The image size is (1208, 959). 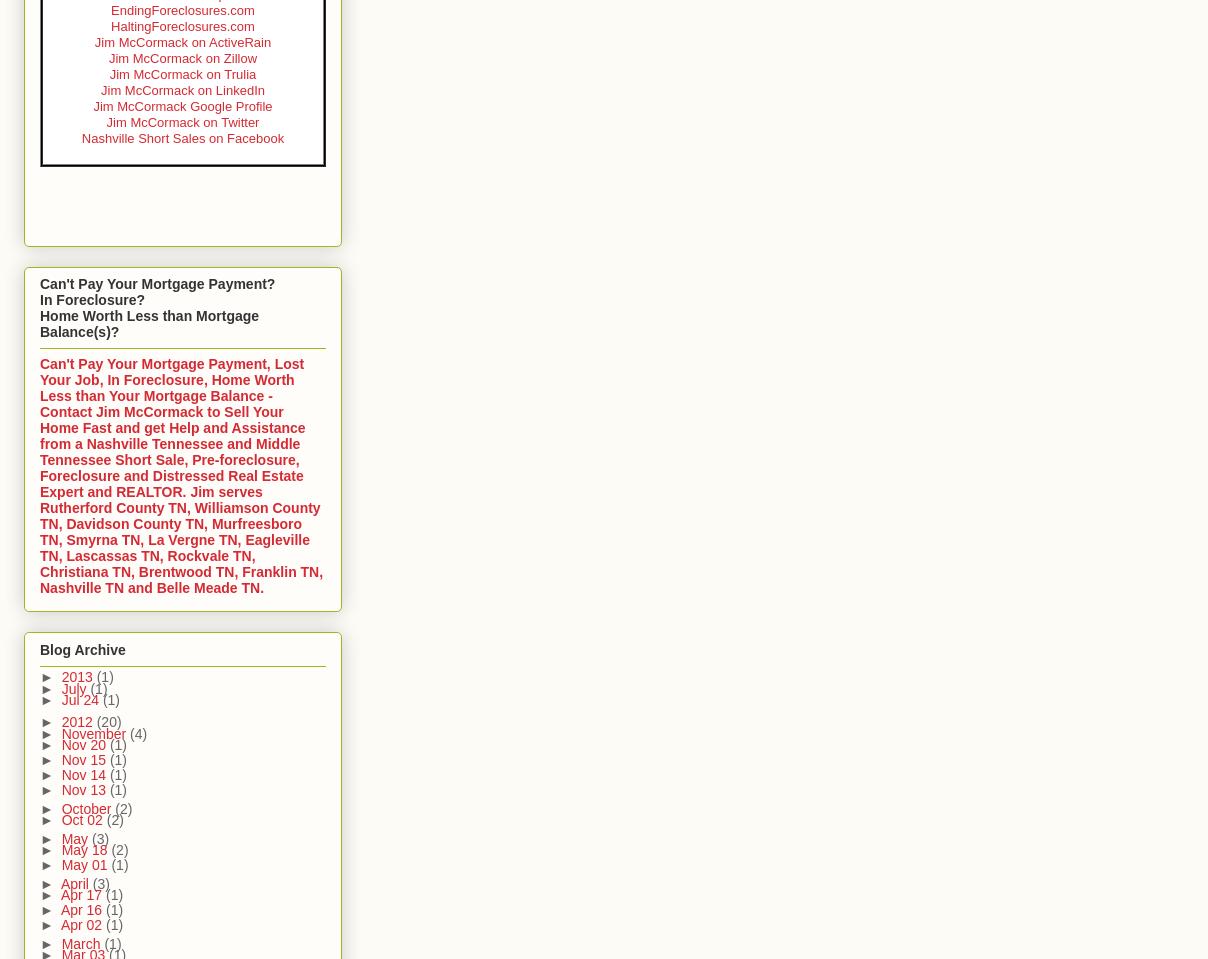 I want to click on '2012', so click(x=60, y=721).